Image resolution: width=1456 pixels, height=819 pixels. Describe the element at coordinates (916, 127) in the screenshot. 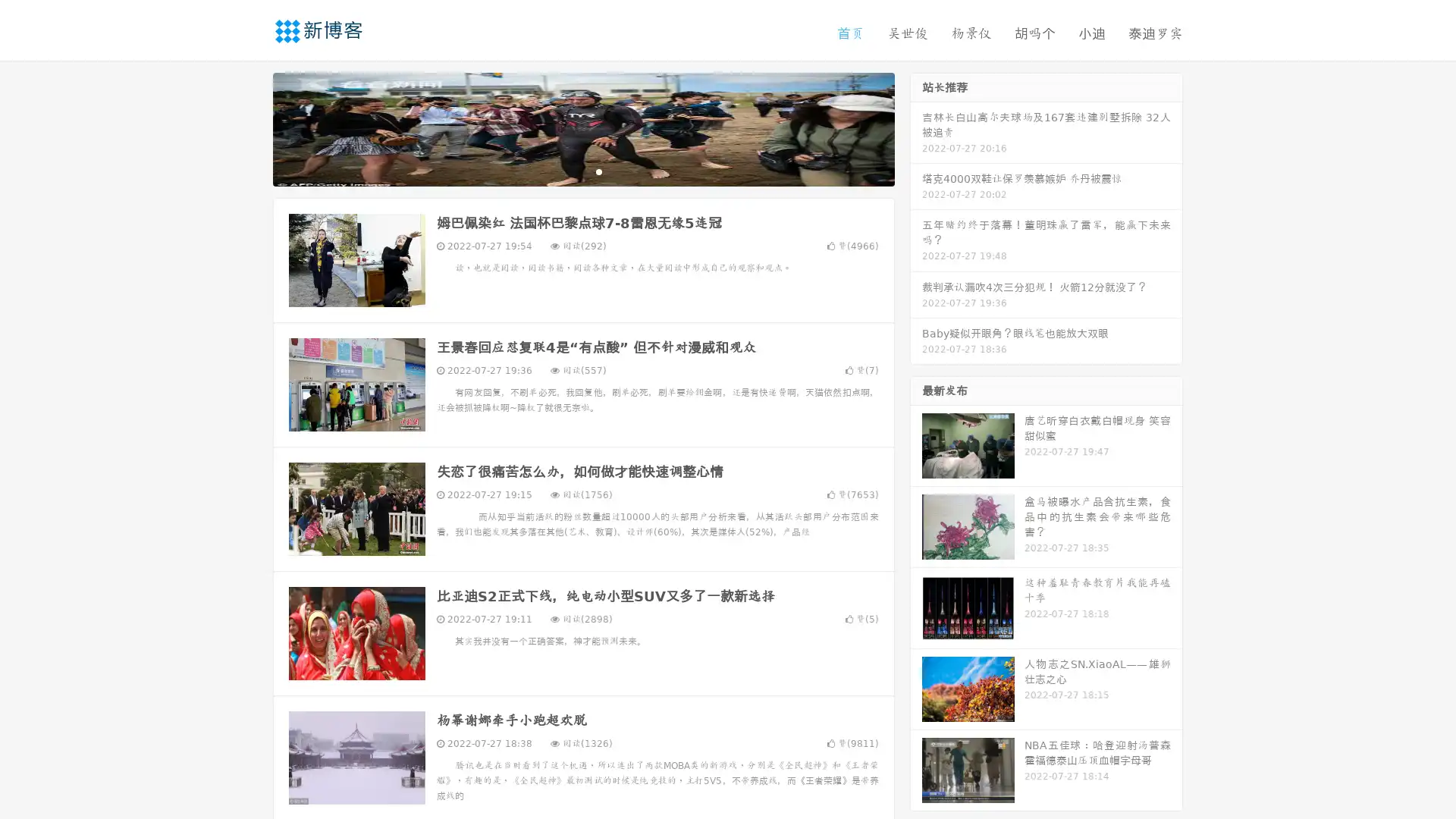

I see `Next slide` at that location.